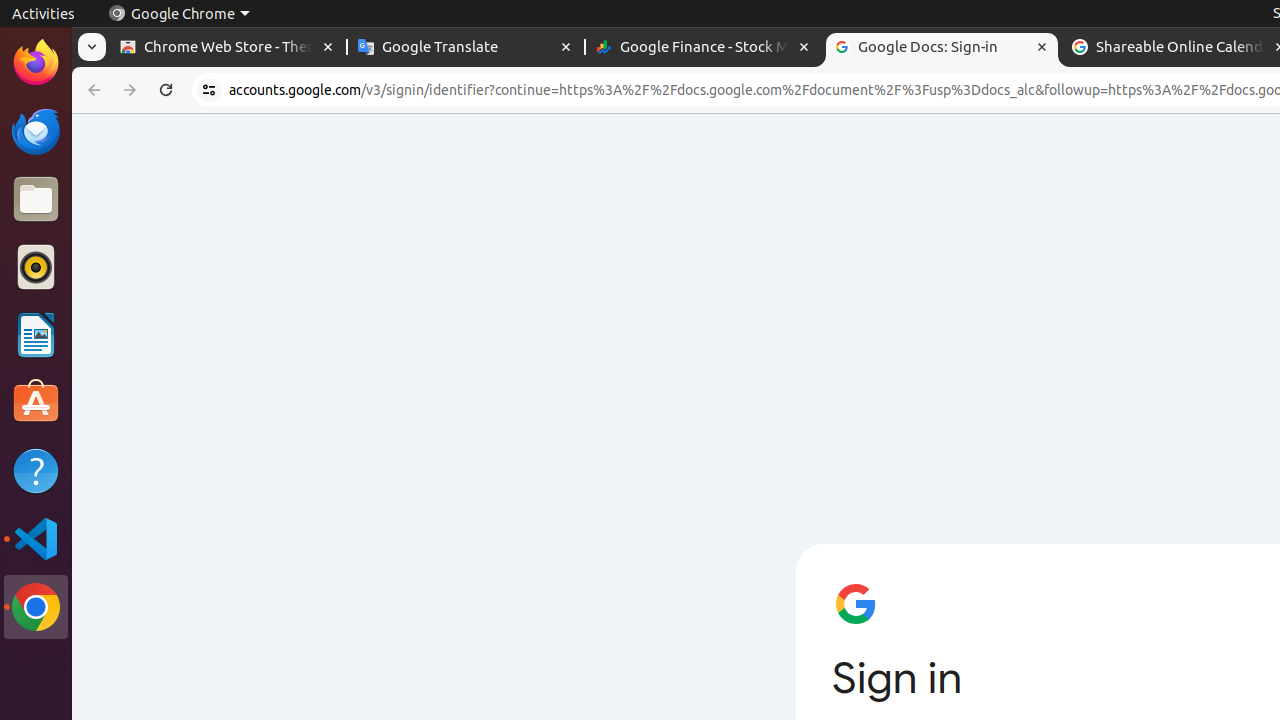  What do you see at coordinates (704, 46) in the screenshot?
I see `'Google Finance - Stock Market Prices, Real-time Quotes & Business News - Memory usage - 51.5 MB'` at bounding box center [704, 46].